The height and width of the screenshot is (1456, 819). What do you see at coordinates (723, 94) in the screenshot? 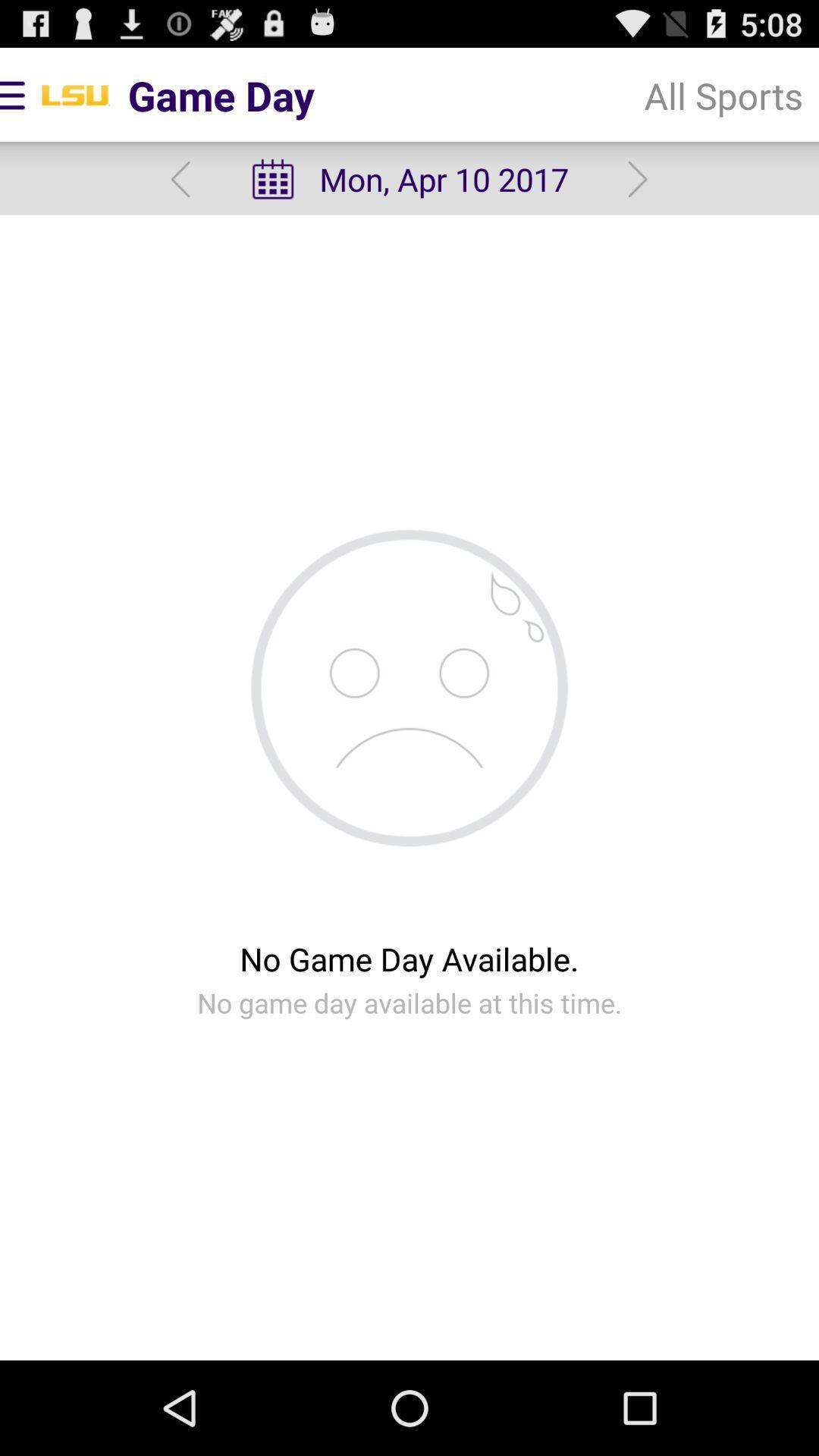
I see `the item to the right of mon apr 10` at bounding box center [723, 94].